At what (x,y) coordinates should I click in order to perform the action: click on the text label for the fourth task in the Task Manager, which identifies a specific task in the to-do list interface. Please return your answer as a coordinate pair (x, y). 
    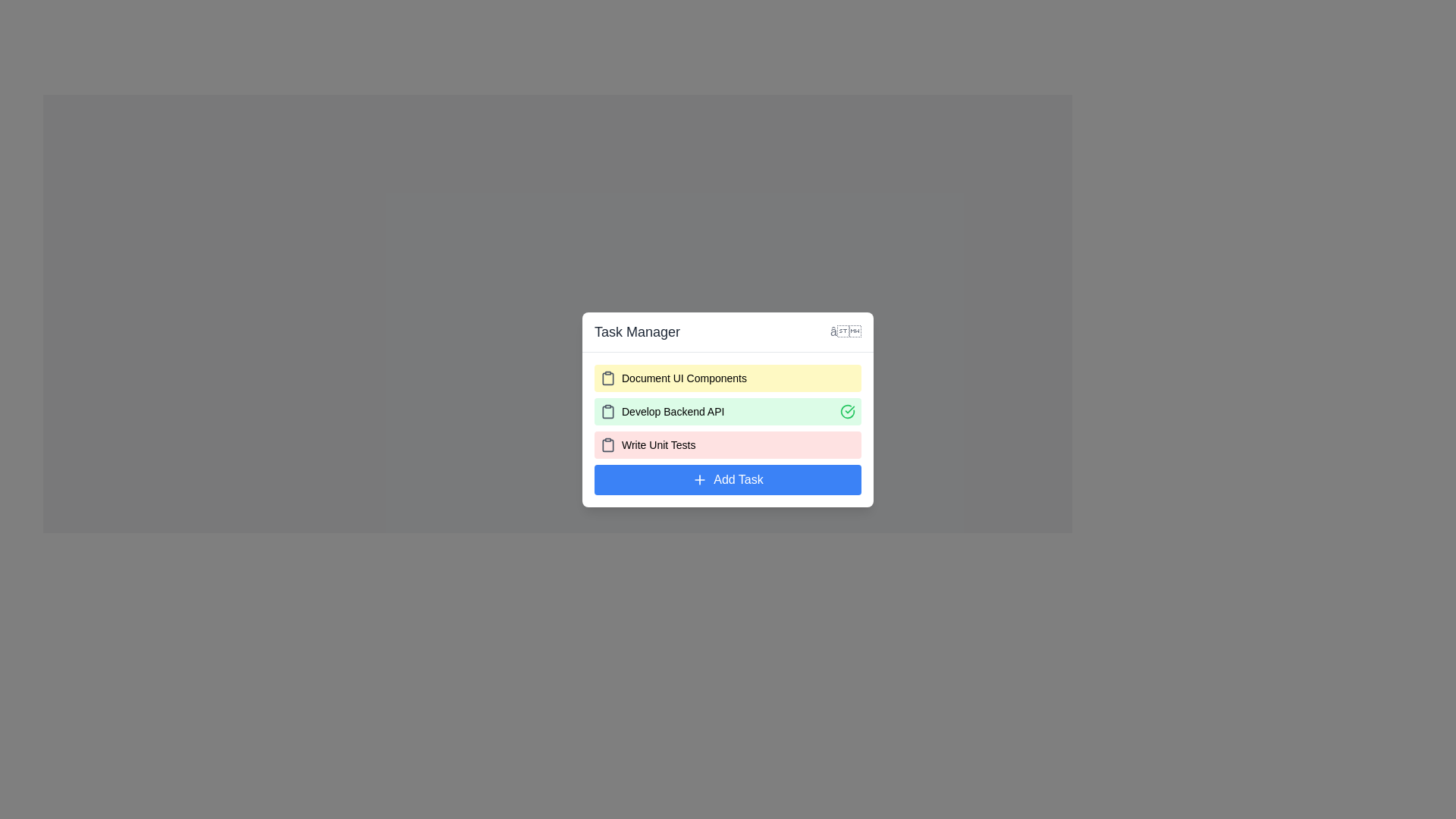
    Looking at the image, I should click on (672, 411).